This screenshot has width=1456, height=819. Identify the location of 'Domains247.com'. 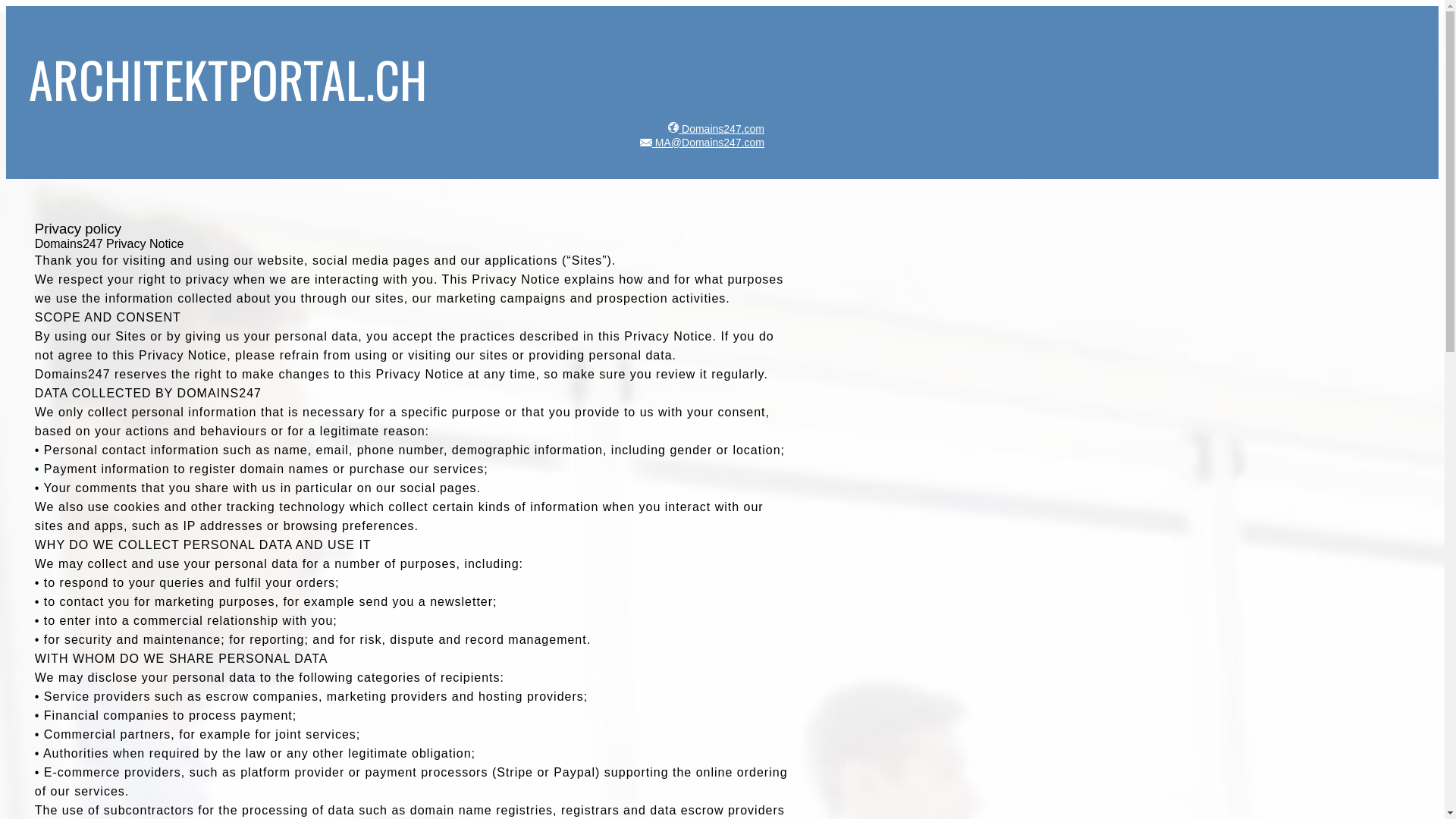
(713, 127).